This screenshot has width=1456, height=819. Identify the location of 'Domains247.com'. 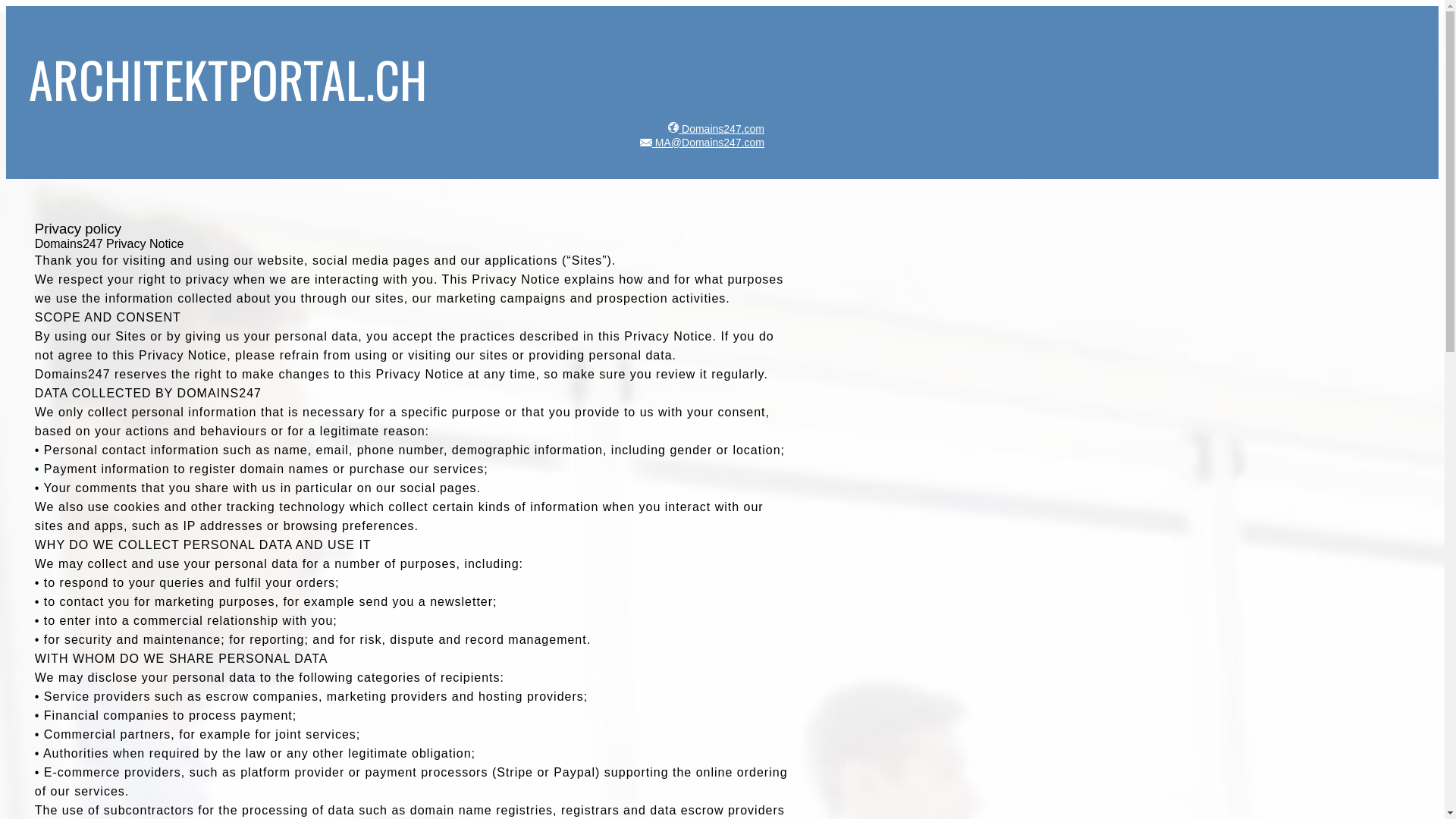
(713, 127).